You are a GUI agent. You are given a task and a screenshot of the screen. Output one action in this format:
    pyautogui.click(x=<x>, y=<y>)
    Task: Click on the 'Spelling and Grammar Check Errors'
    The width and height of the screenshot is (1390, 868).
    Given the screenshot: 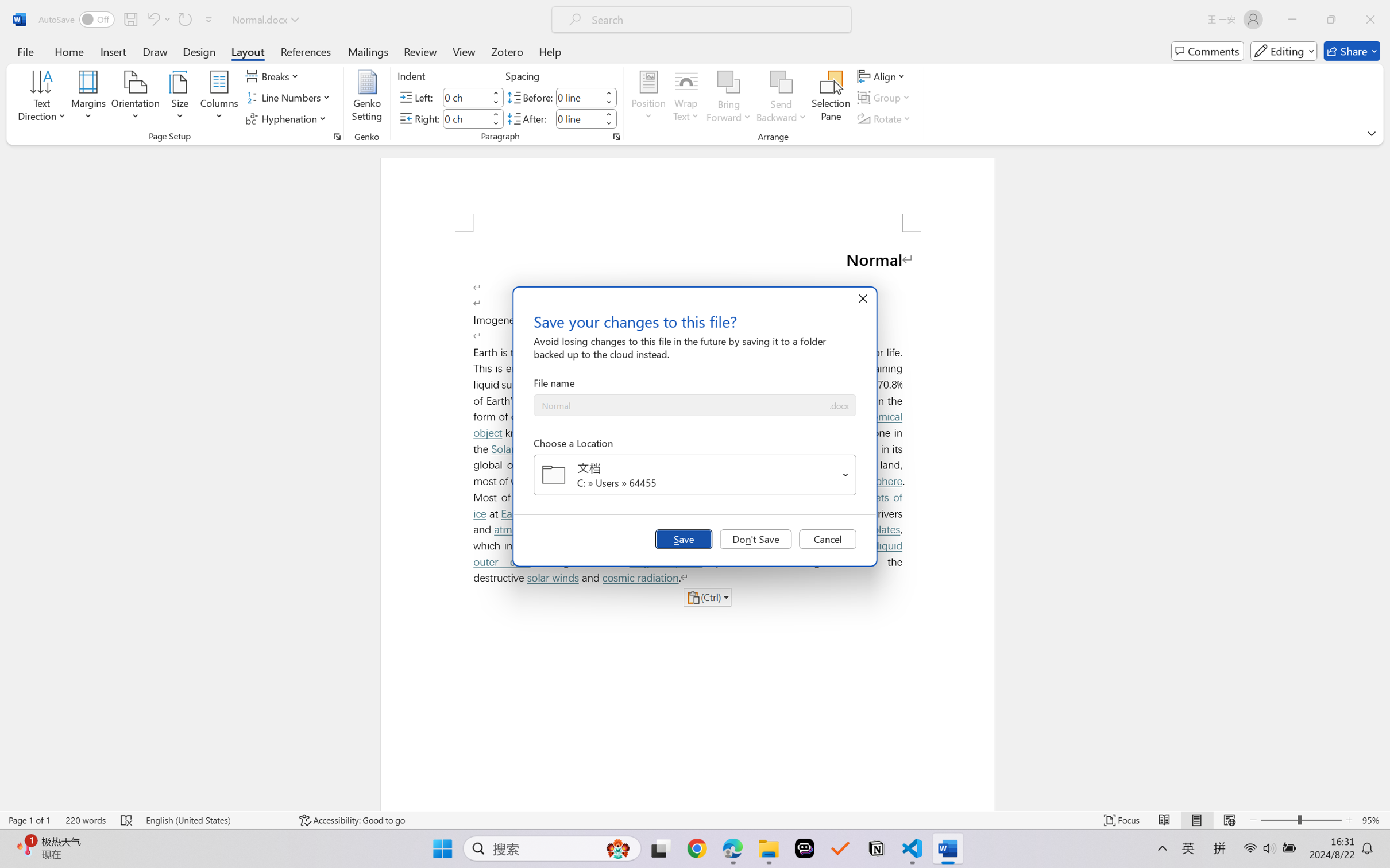 What is the action you would take?
    pyautogui.click(x=126, y=820)
    